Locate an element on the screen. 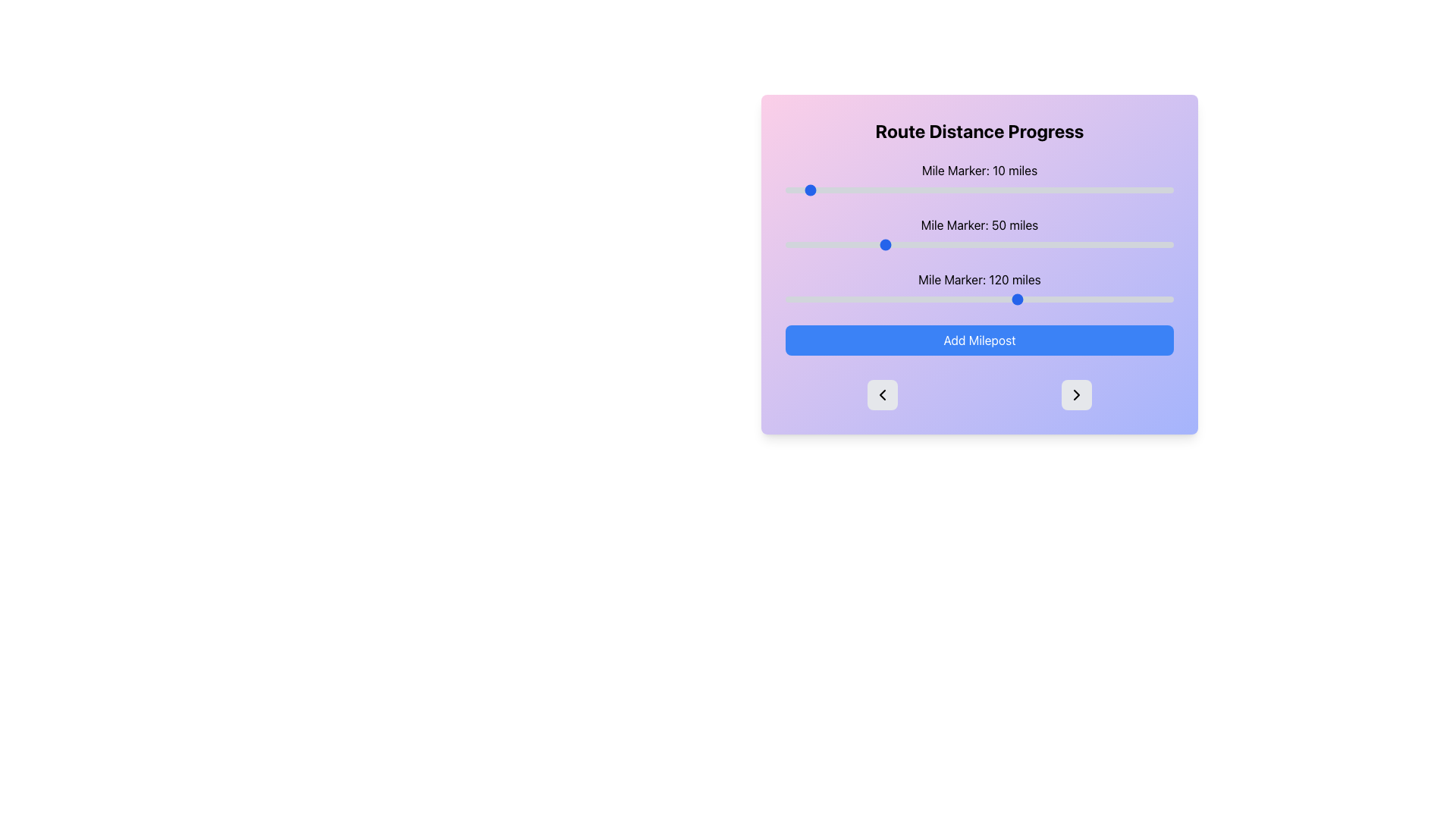 The image size is (1456, 819). the mile marker is located at coordinates (804, 244).